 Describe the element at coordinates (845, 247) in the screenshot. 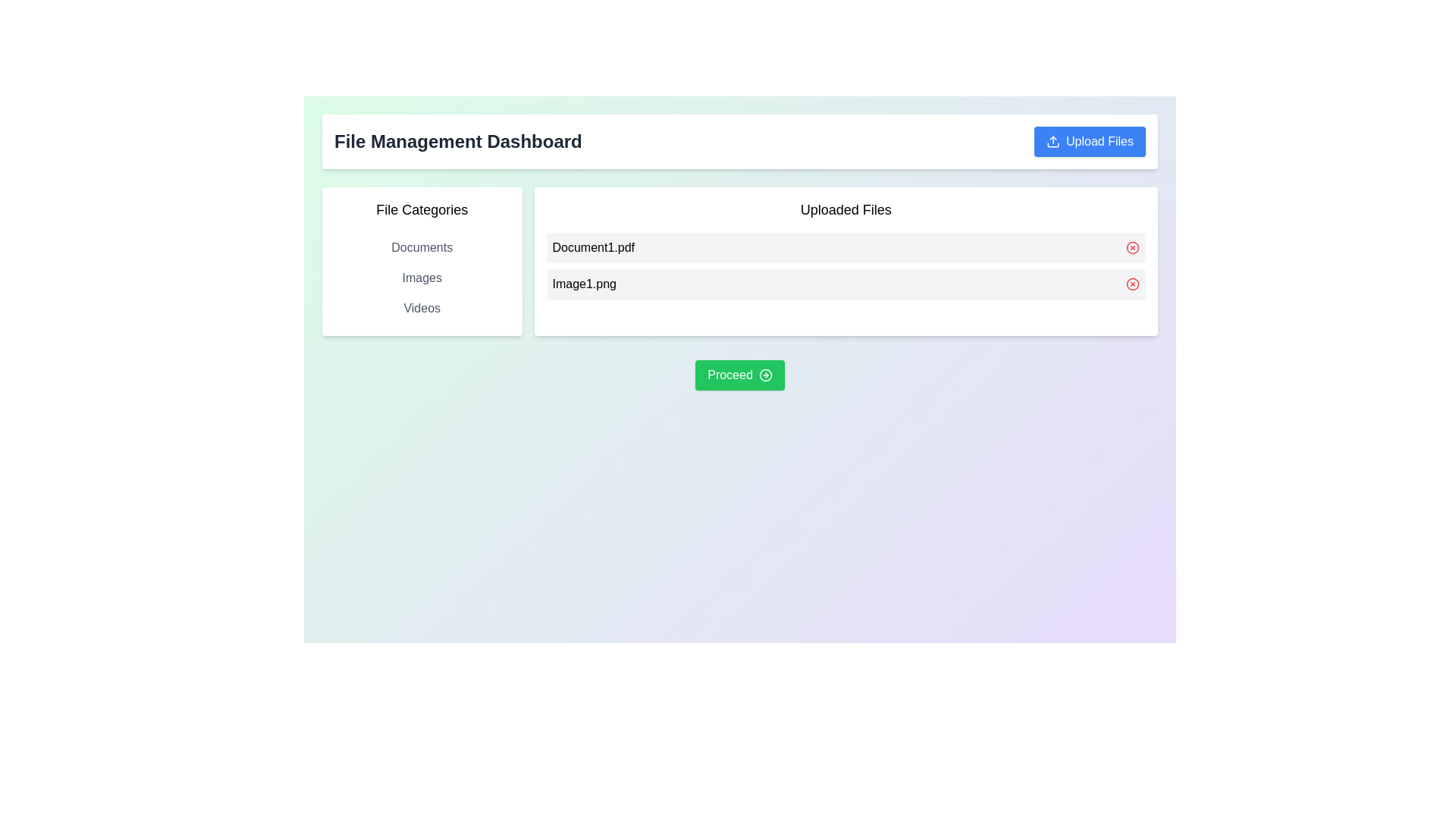

I see `file name 'Document1.pdf' from the first file list item in the 'Uploaded Files' section` at that location.